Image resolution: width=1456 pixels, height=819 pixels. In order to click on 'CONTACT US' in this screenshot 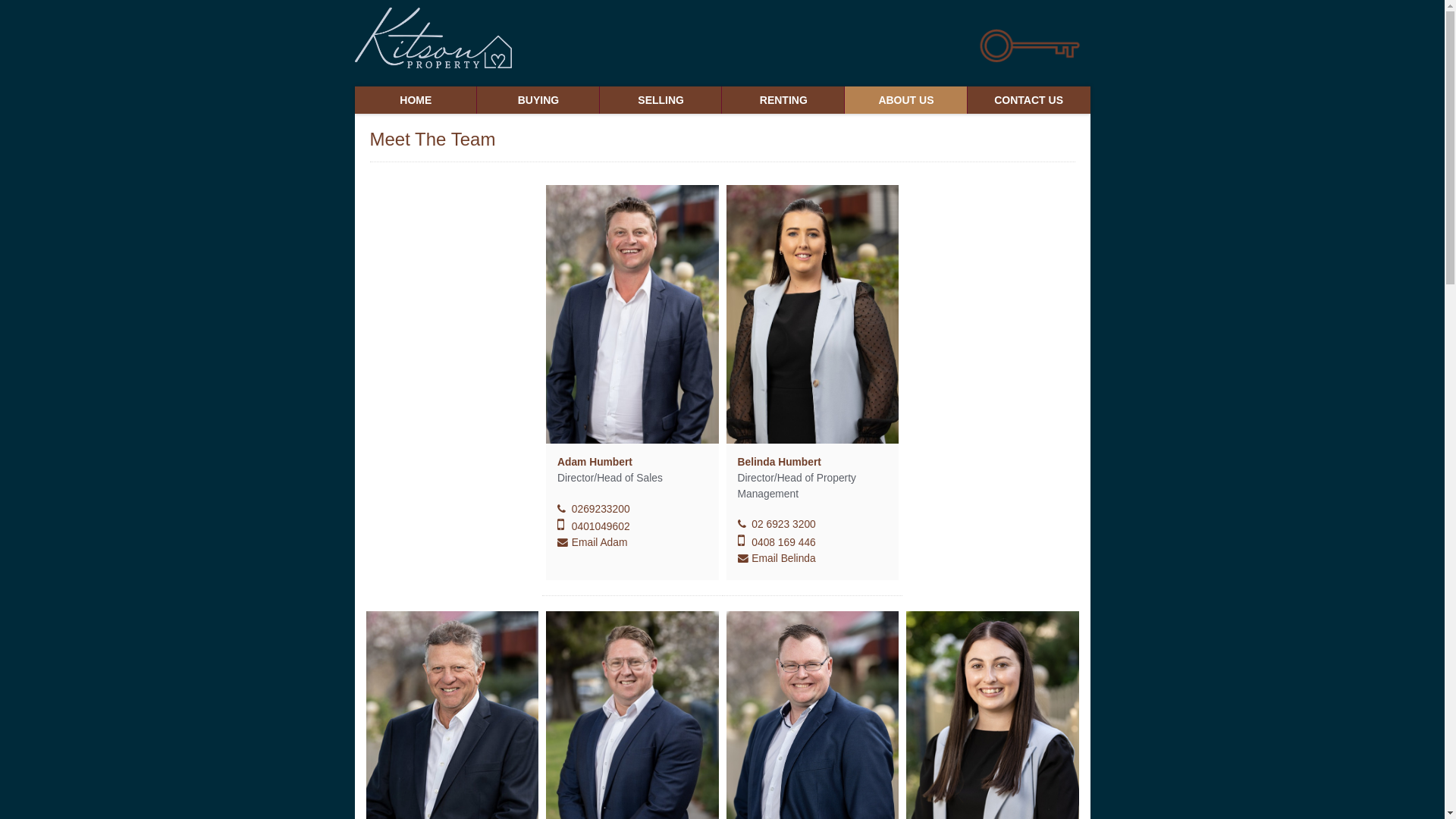, I will do `click(1029, 99)`.